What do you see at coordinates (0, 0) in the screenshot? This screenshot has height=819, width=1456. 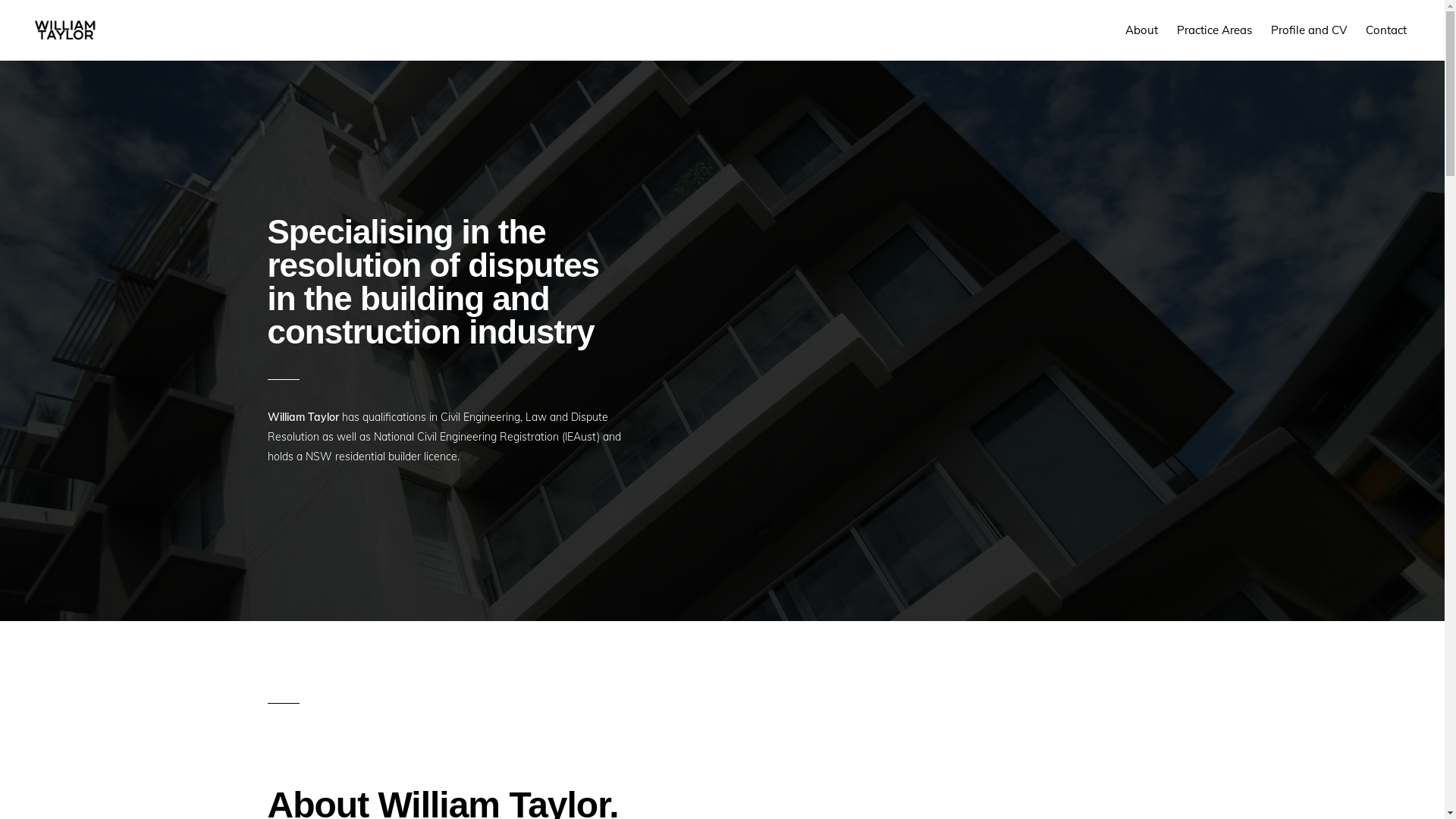 I see `'Skip to primary navigation'` at bounding box center [0, 0].